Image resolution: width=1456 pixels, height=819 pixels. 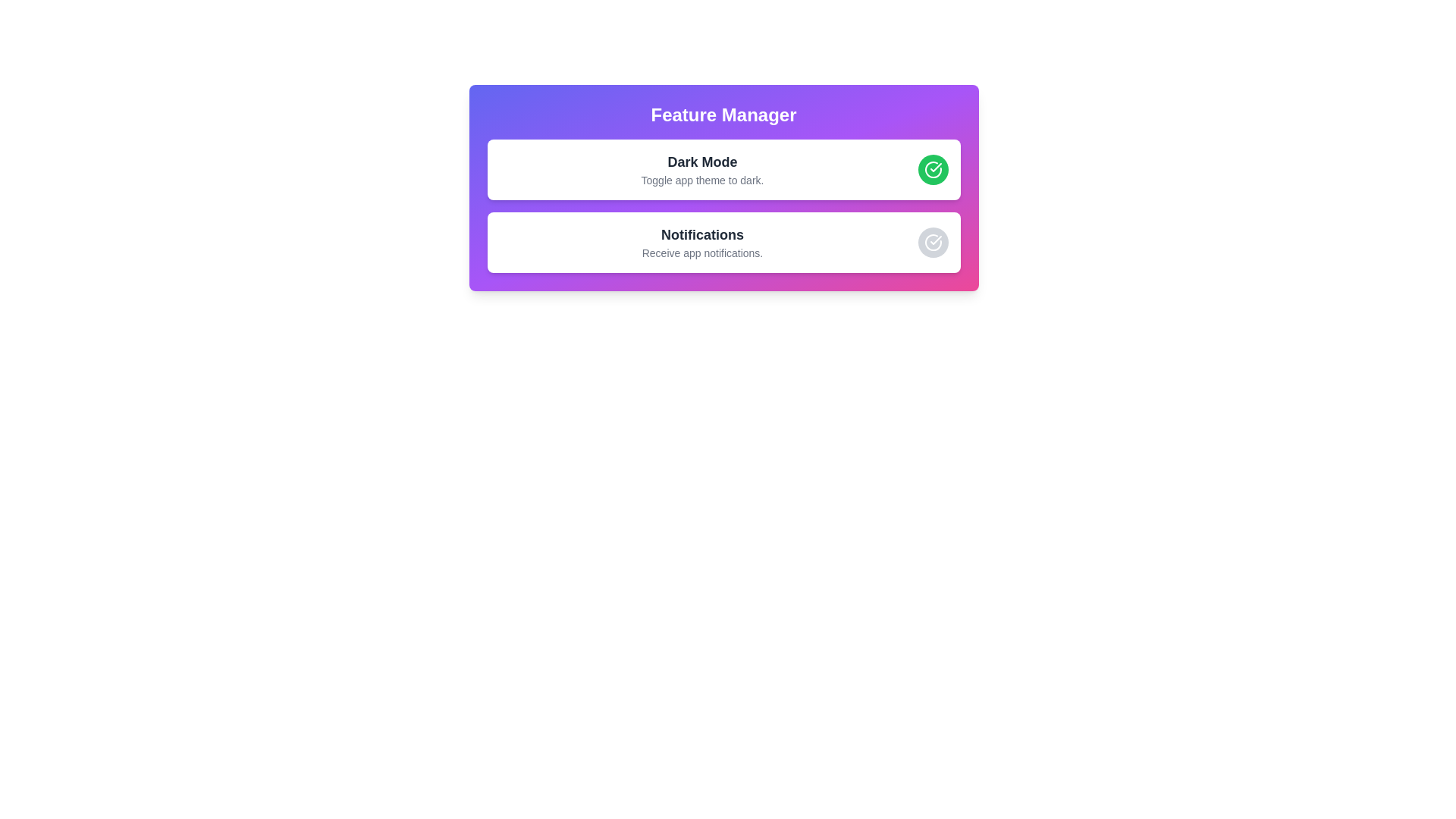 I want to click on the circular two-tone graphical icon indicating confirmation or status, located at the far-right of the 'Dark Mode' feature row, so click(x=932, y=169).